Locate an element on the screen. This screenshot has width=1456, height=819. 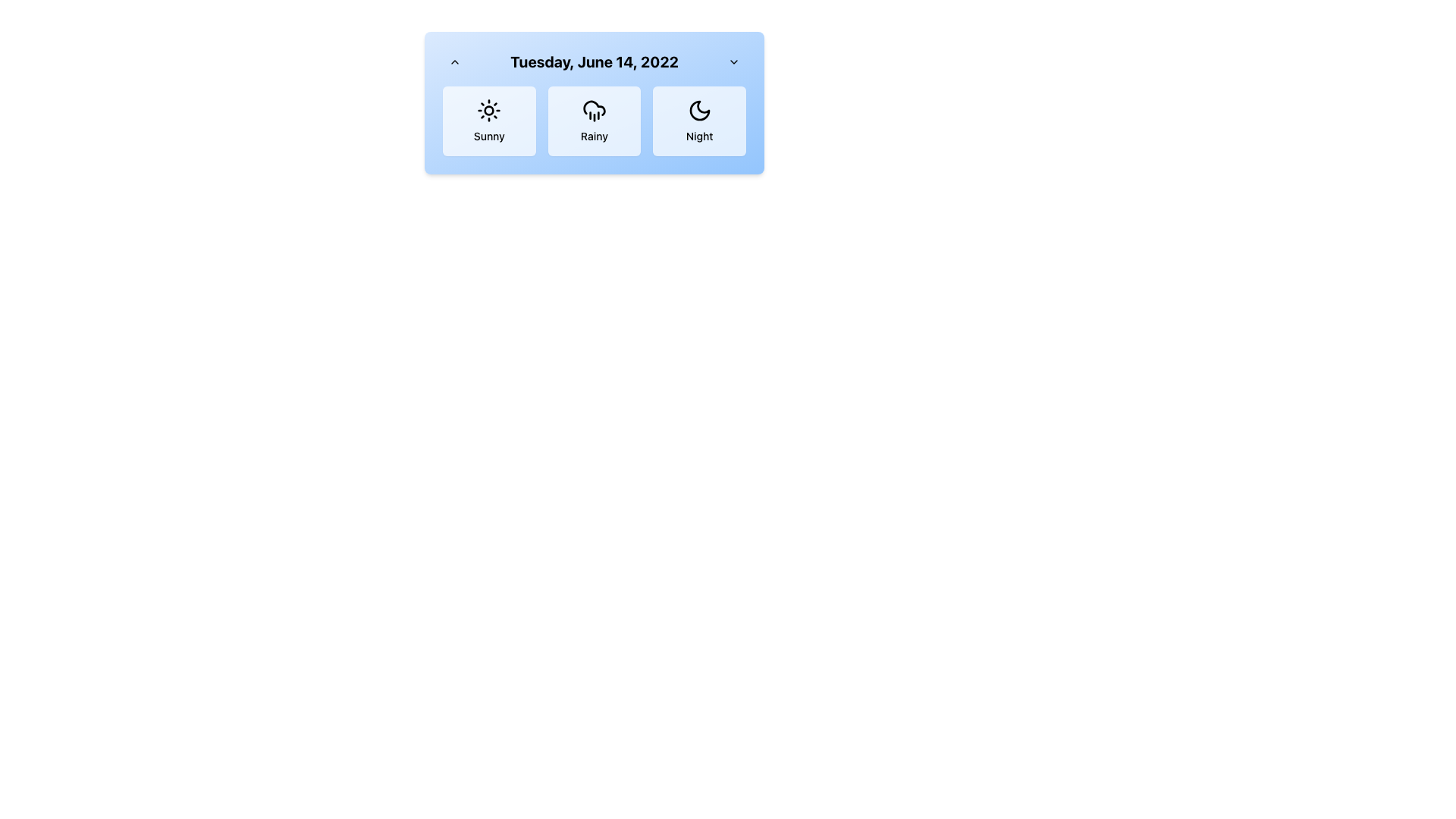
the date display text element, which is centrally located between a chevron-up icon on the left and a chevron-down icon on the right is located at coordinates (593, 61).